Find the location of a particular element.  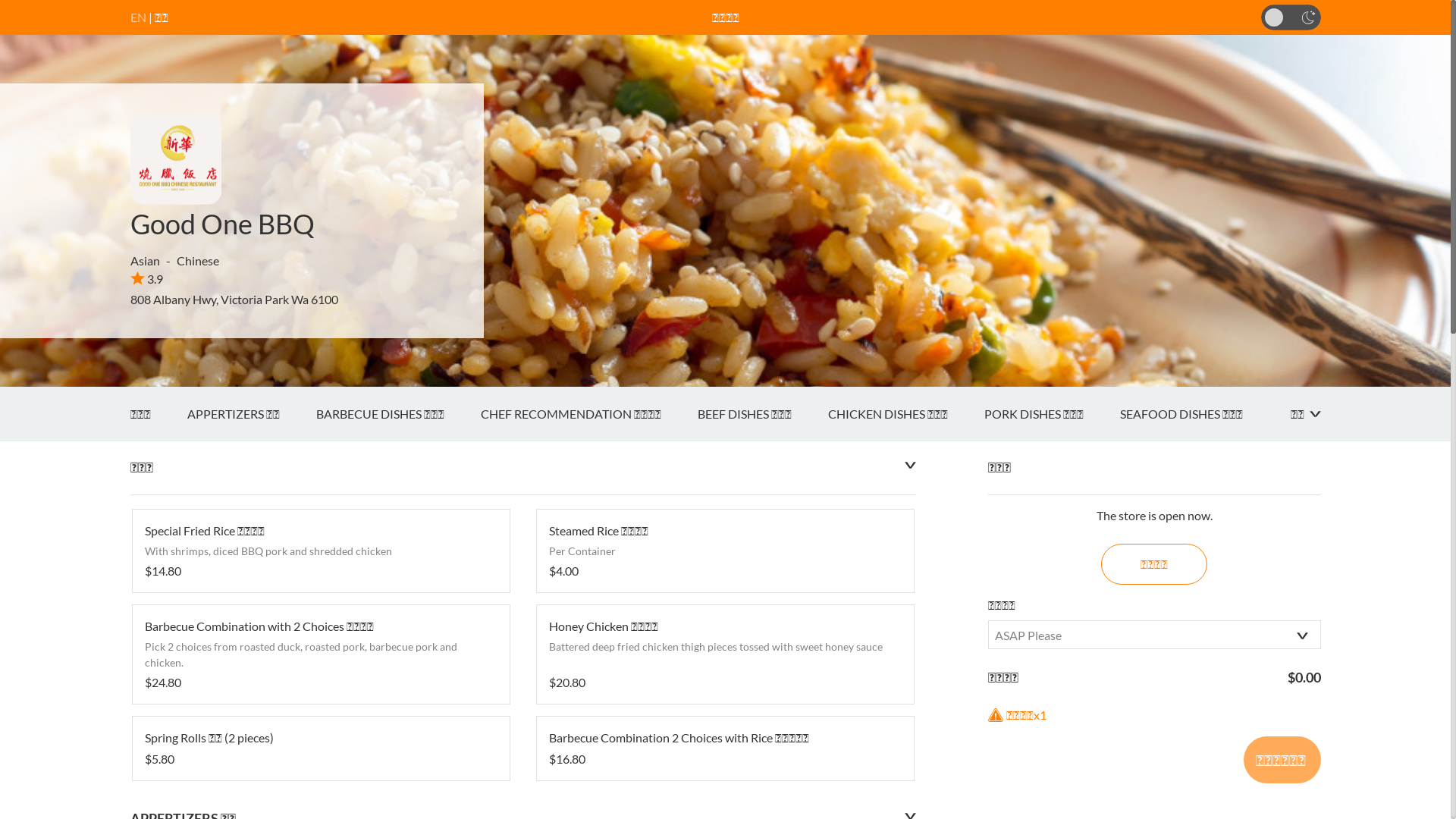

'Good One BBQ' is located at coordinates (221, 223).